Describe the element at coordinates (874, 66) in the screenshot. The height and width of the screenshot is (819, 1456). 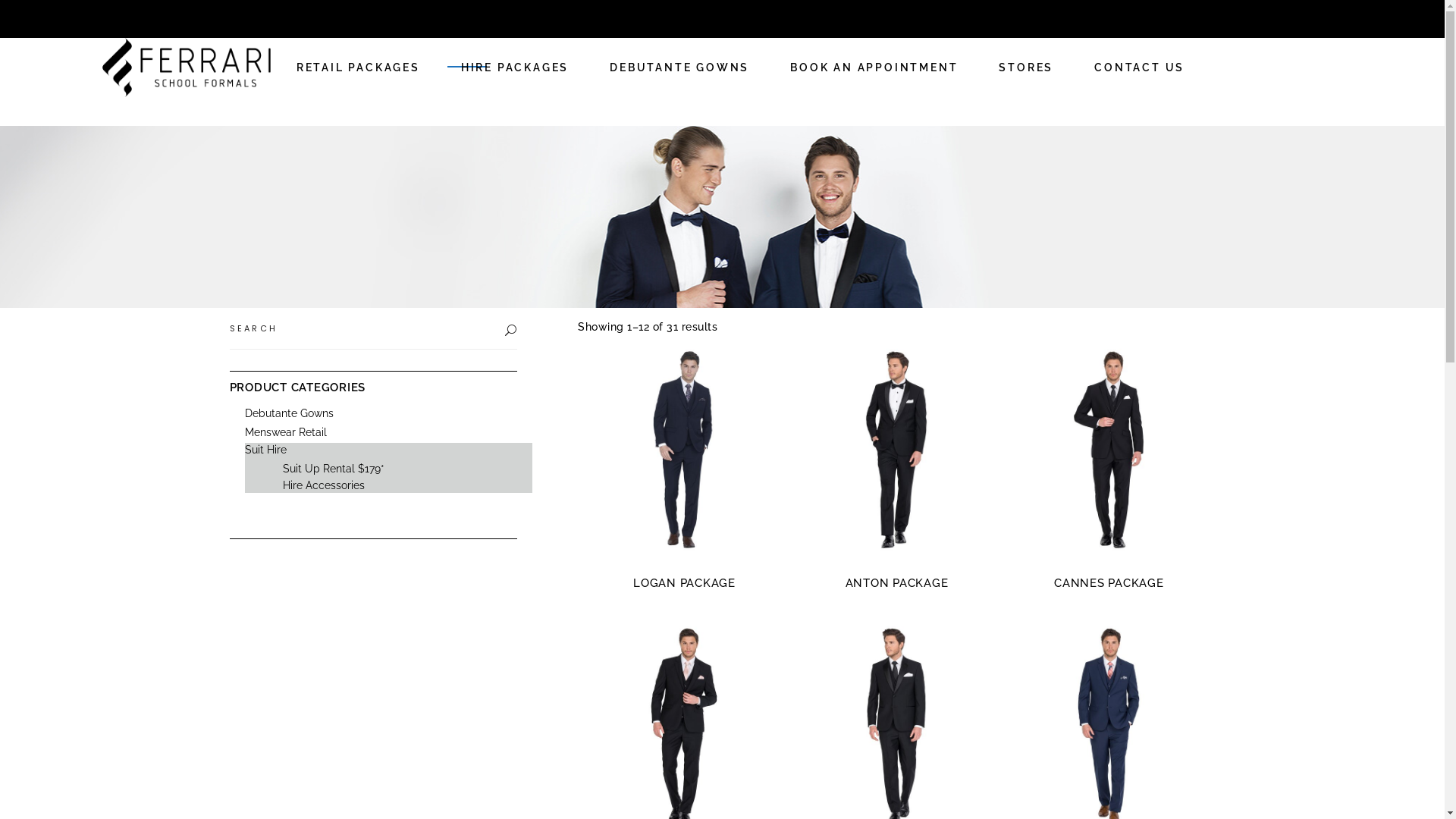
I see `'BOOK AN APPOINTMENT'` at that location.